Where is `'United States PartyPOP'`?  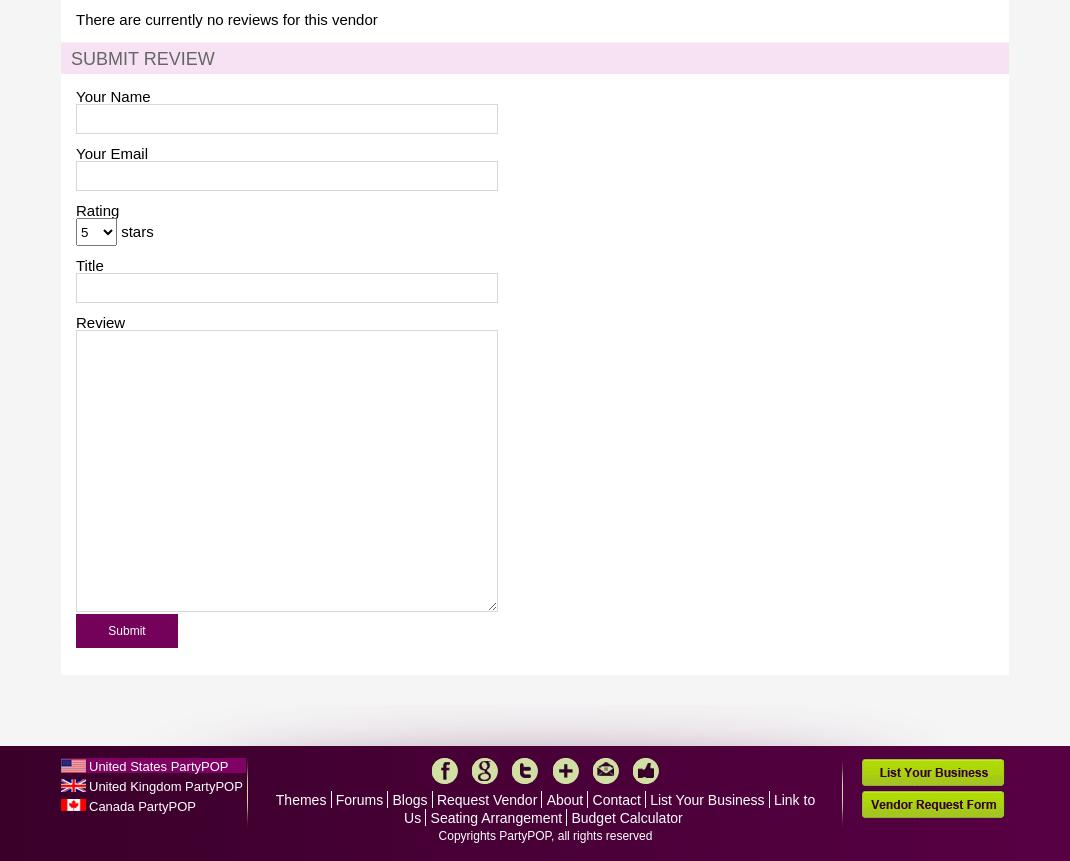
'United States PartyPOP' is located at coordinates (88, 766).